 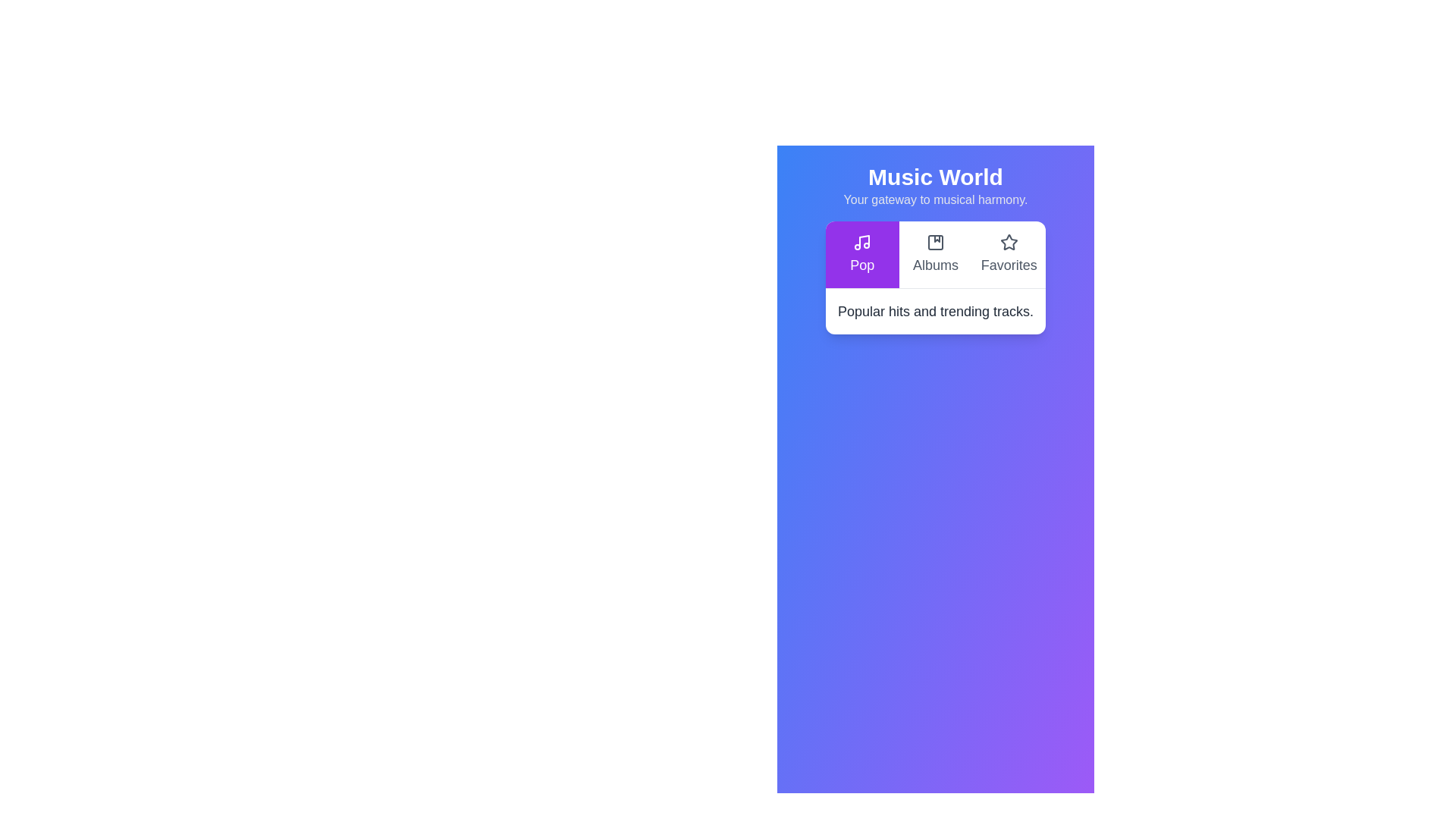 I want to click on the genre Pop by clicking on its button, so click(x=862, y=253).